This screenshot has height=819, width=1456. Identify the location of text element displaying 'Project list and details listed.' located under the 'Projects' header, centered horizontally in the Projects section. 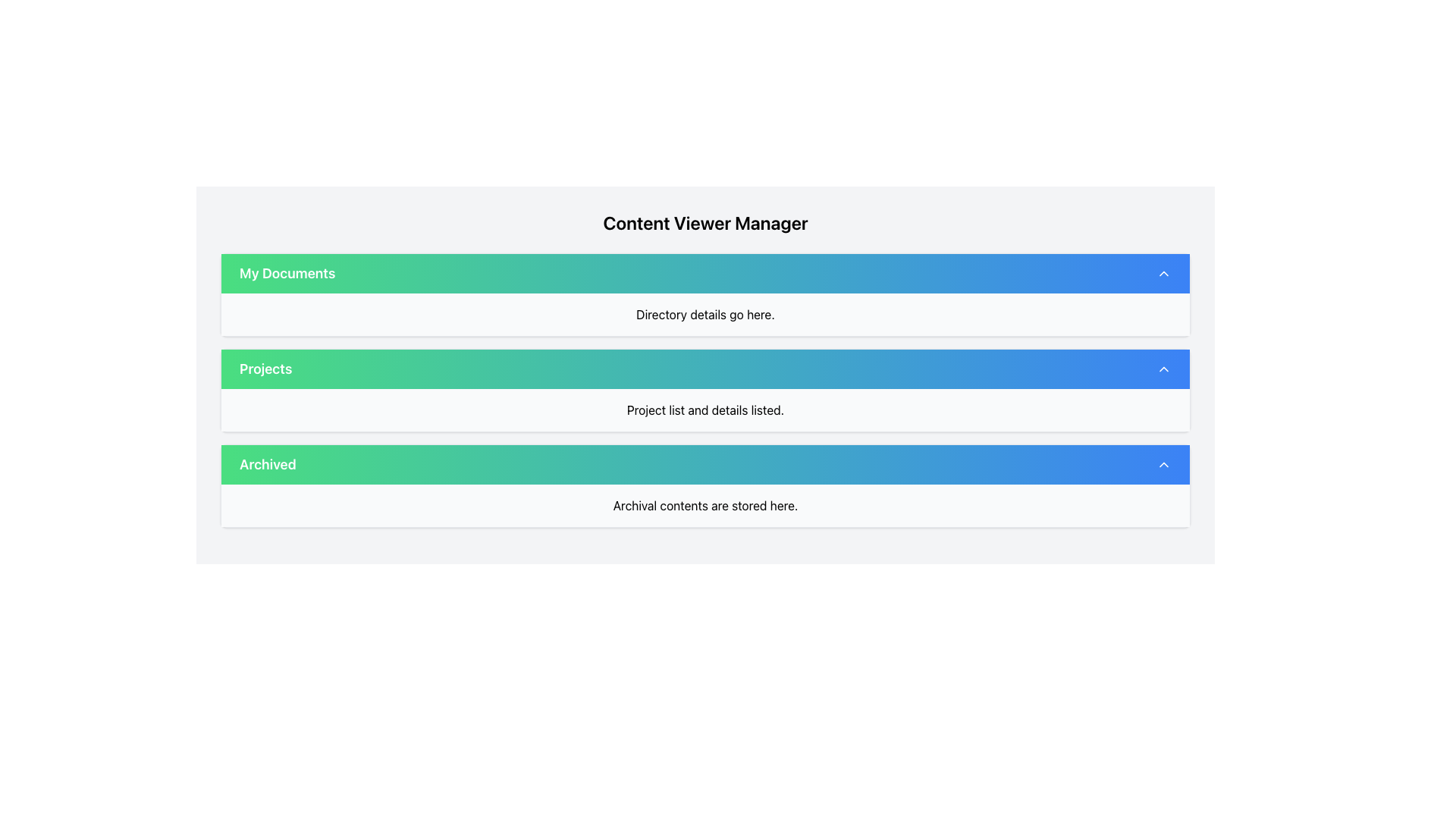
(704, 409).